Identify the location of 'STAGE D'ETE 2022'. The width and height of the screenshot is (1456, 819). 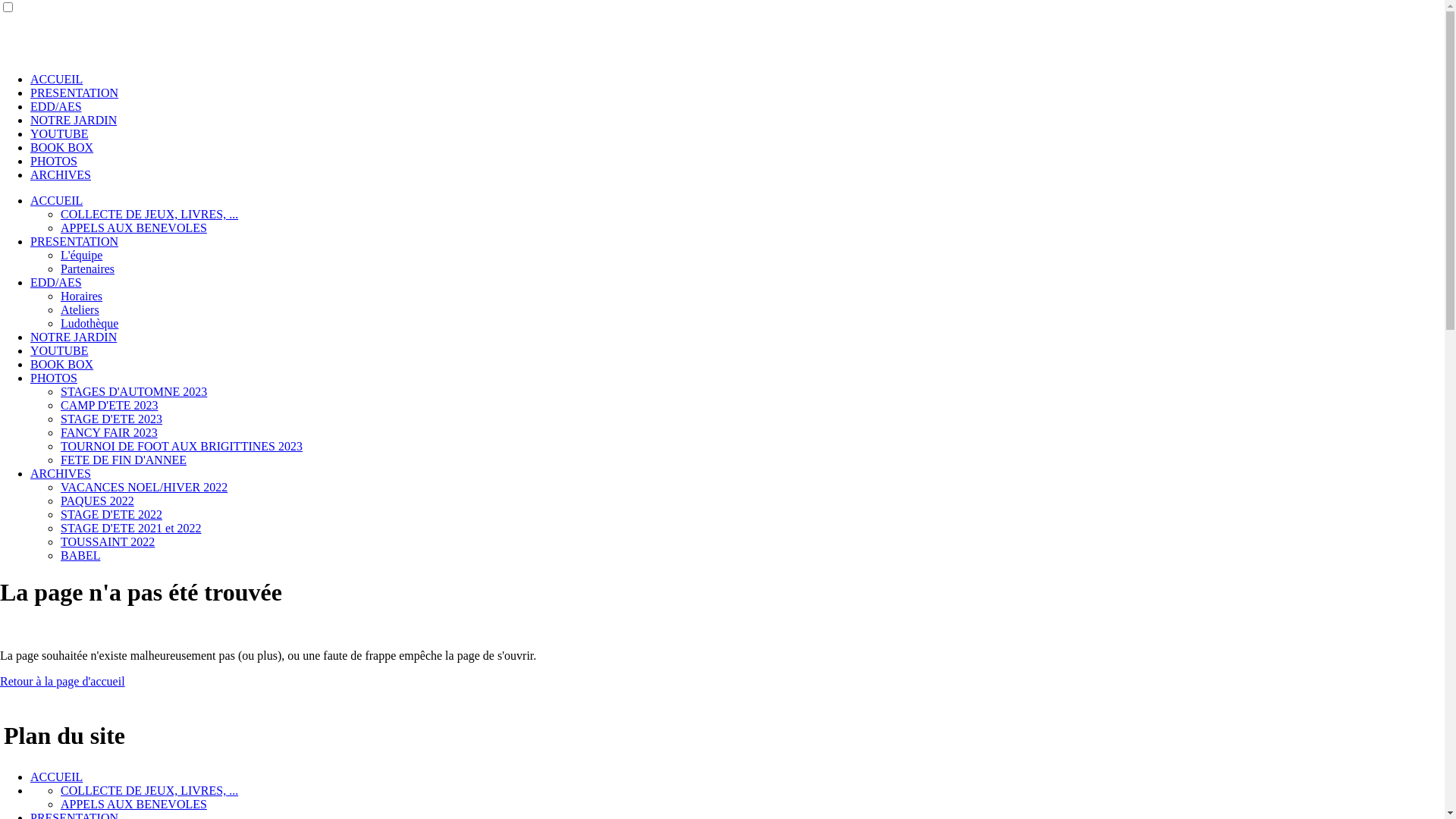
(111, 513).